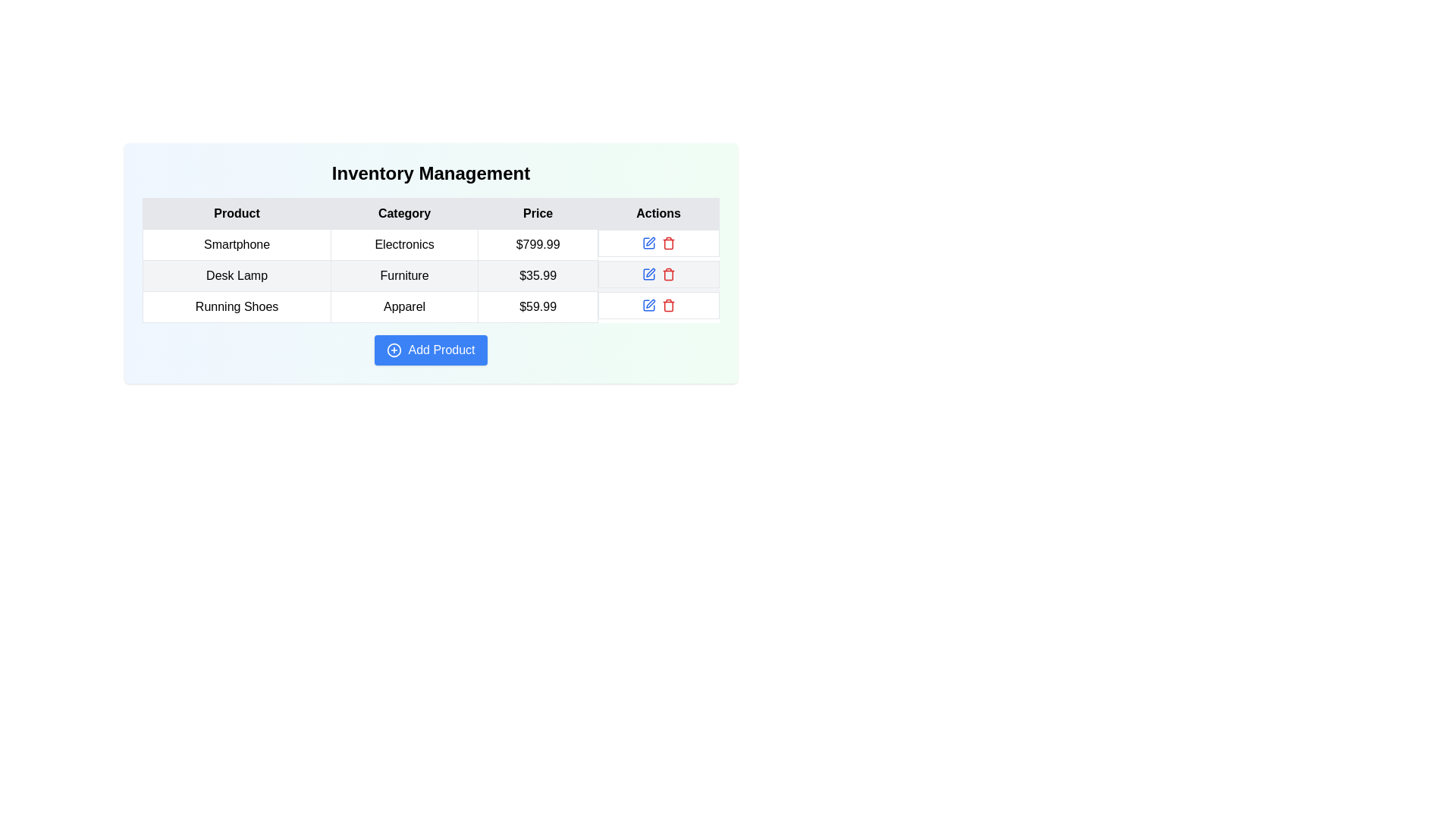 The image size is (1456, 819). I want to click on the product name cell located in the first row and first column of the inventory table beneath the 'Product' header, so click(236, 244).